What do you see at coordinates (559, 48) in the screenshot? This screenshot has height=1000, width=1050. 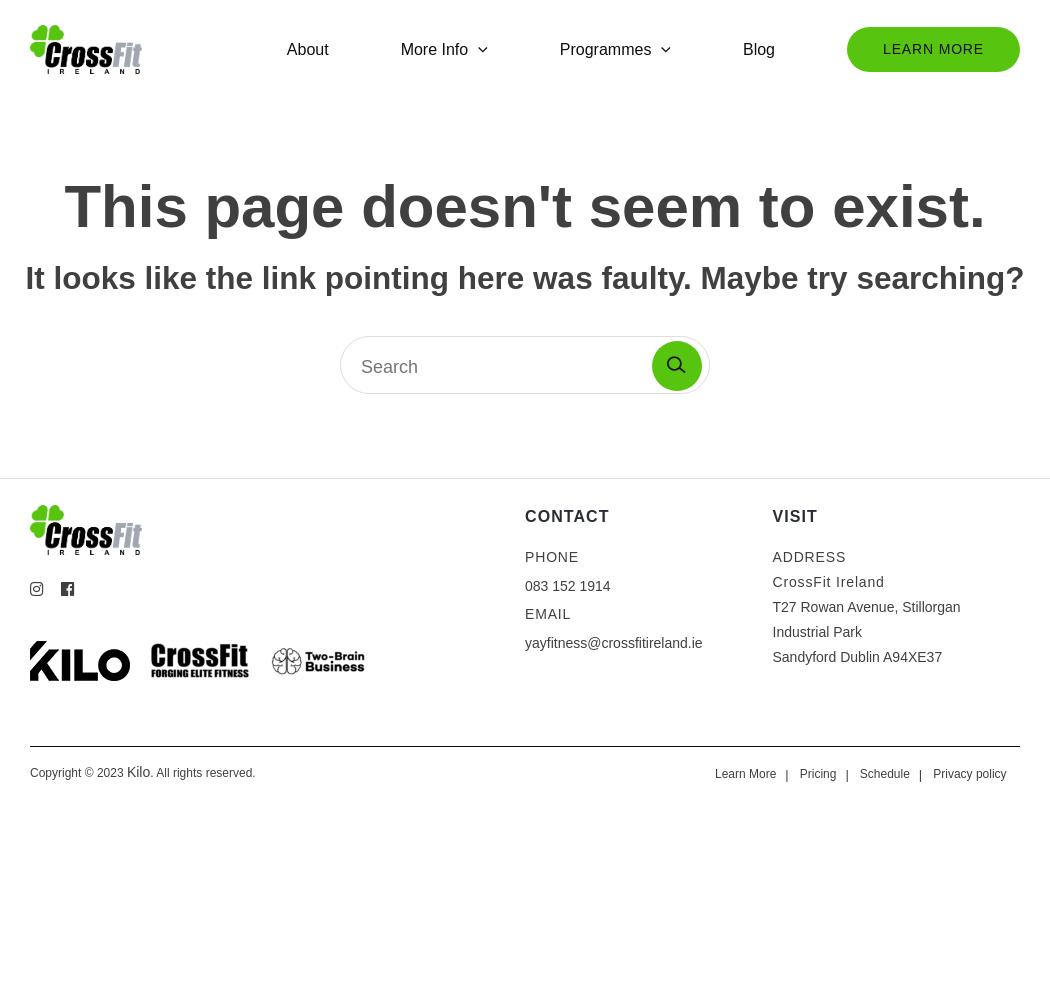 I see `'Programmes'` at bounding box center [559, 48].